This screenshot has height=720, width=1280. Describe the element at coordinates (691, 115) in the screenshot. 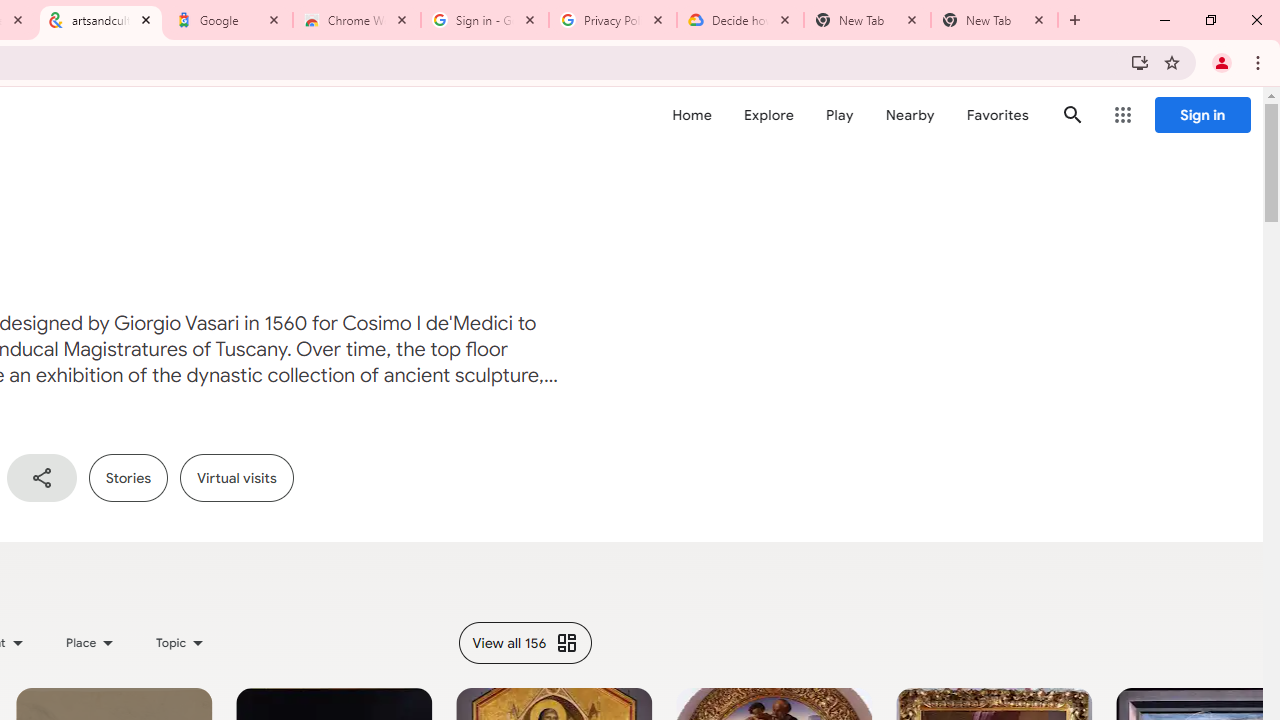

I see `'Home'` at that location.